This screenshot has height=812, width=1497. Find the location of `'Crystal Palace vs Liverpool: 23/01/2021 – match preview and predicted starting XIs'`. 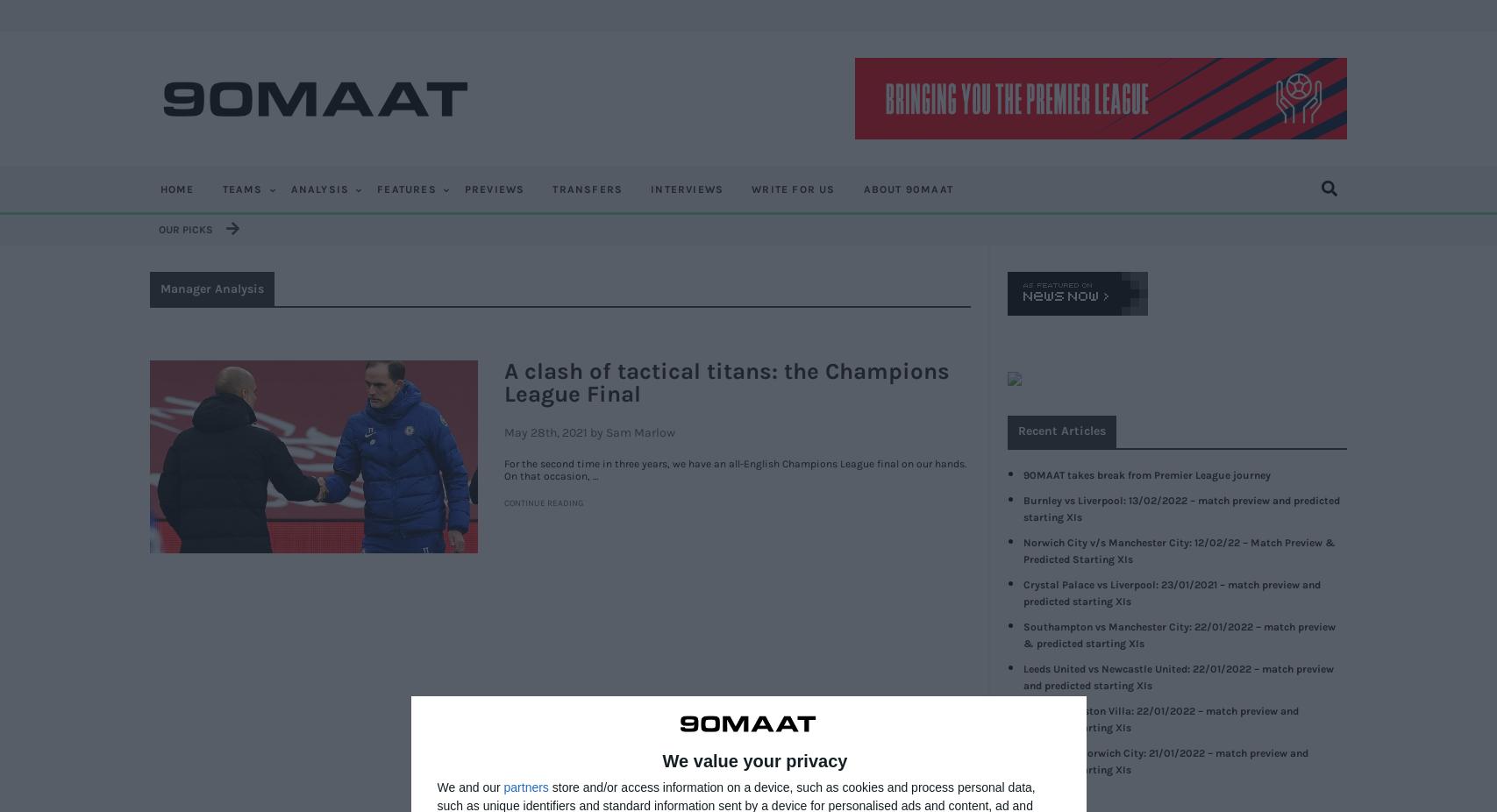

'Crystal Palace vs Liverpool: 23/01/2021 – match preview and predicted starting XIs' is located at coordinates (1170, 591).